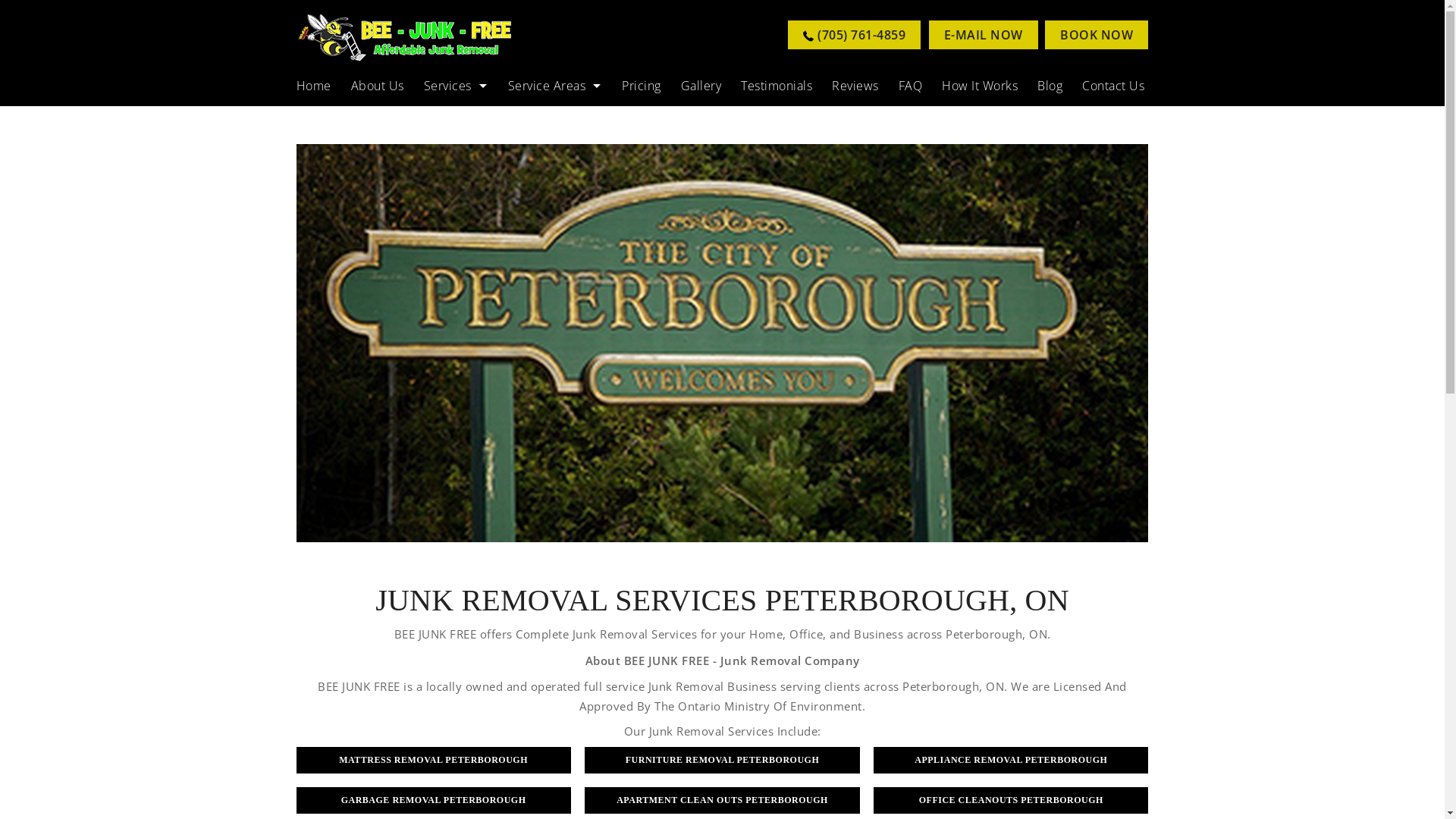 The height and width of the screenshot is (819, 1456). I want to click on 'E-MAIL NOW', so click(983, 34).